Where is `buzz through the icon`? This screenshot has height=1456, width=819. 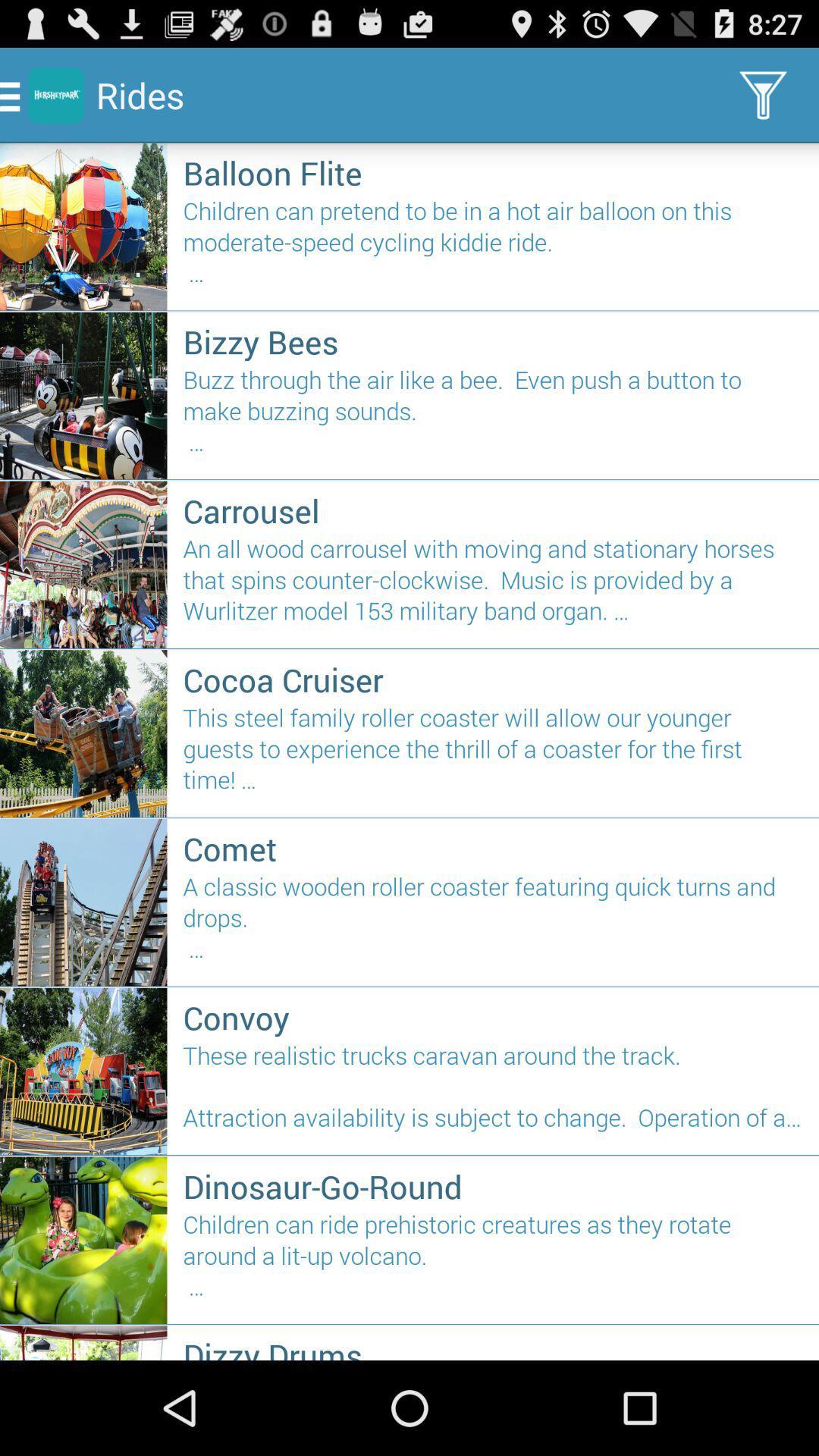
buzz through the icon is located at coordinates (493, 417).